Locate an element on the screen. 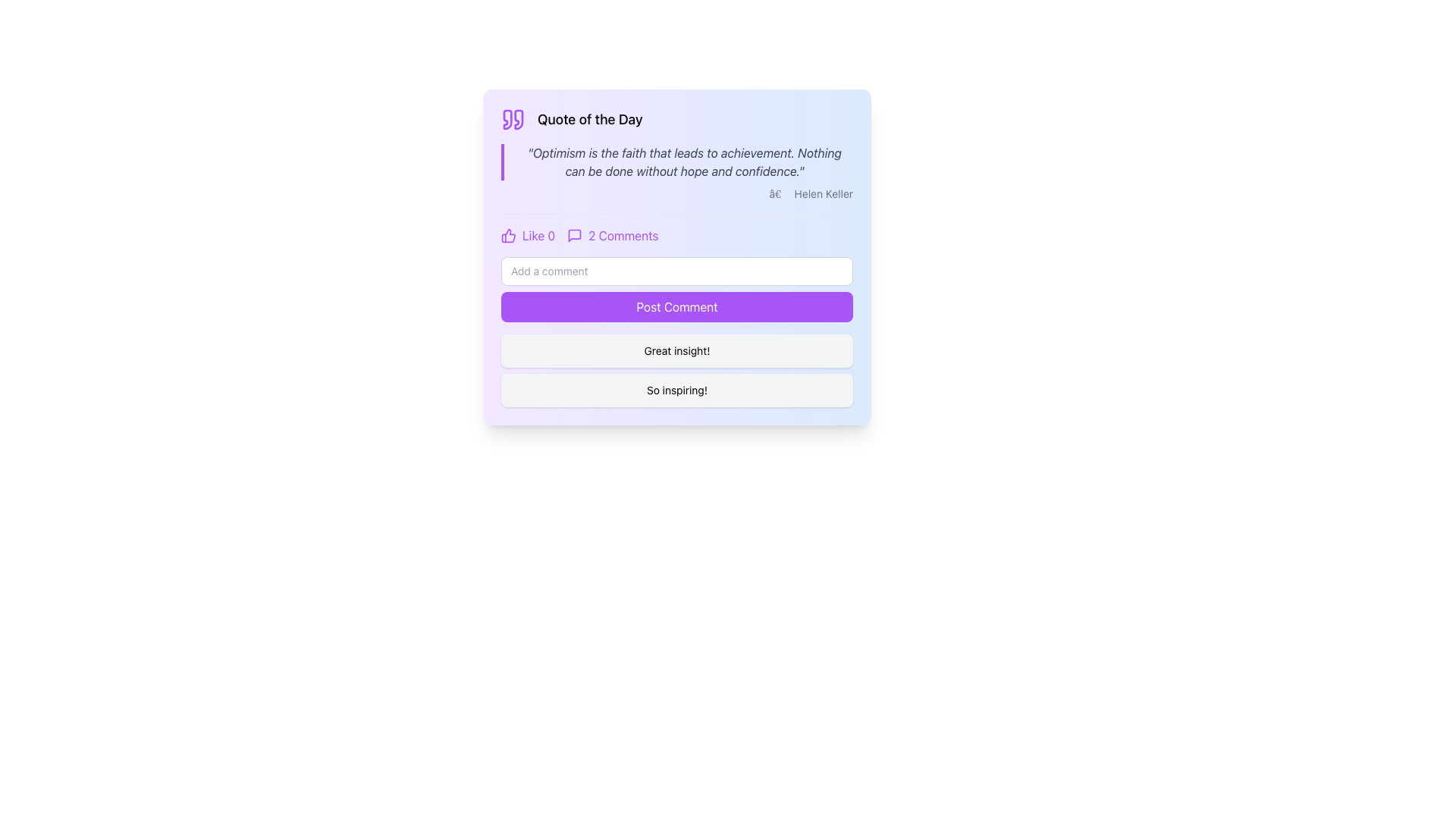 The image size is (1456, 819). the button located below the 'Add a comment' text input field is located at coordinates (676, 307).